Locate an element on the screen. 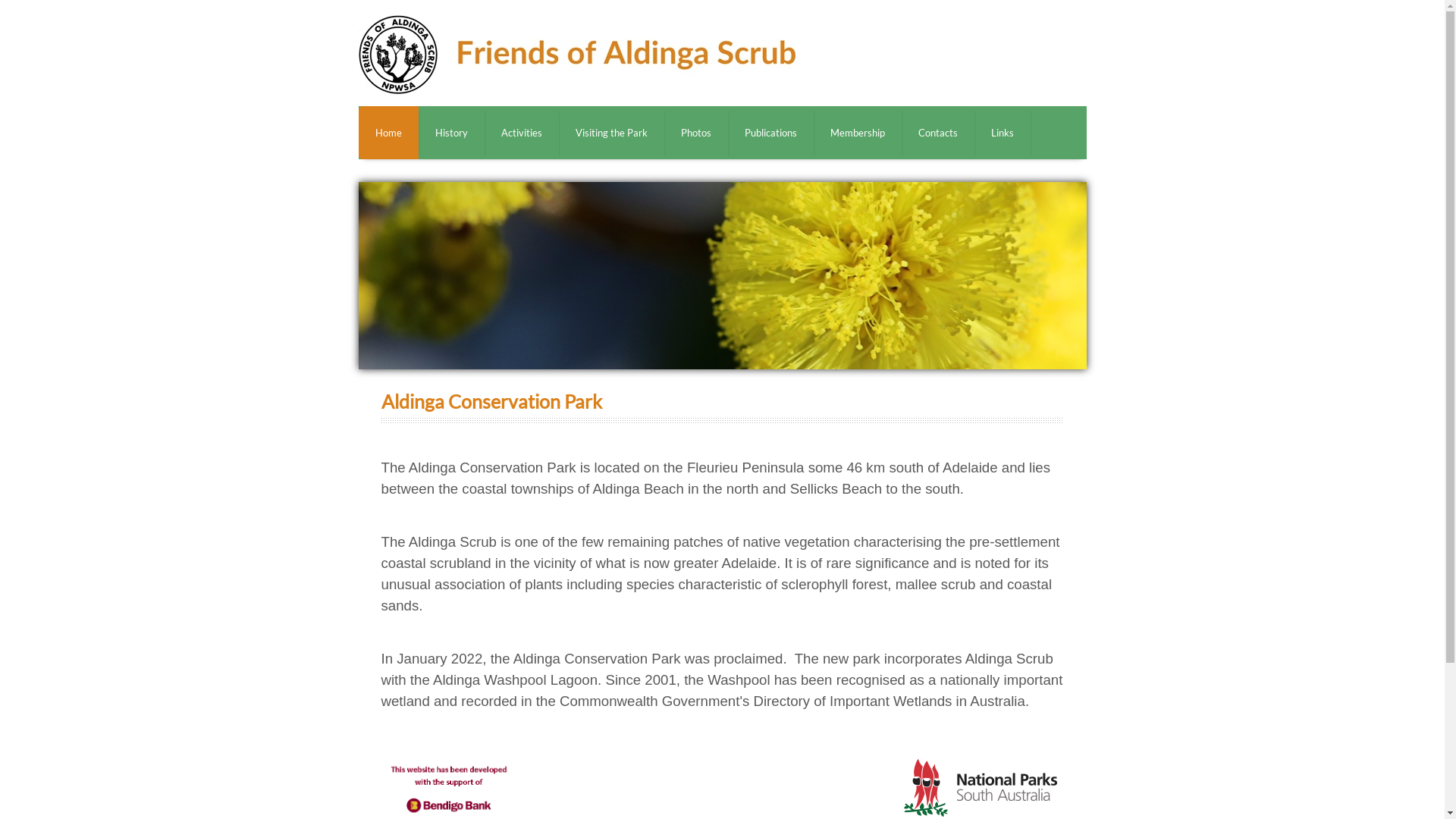 This screenshot has width=1456, height=819. 'Membership' is located at coordinates (856, 131).